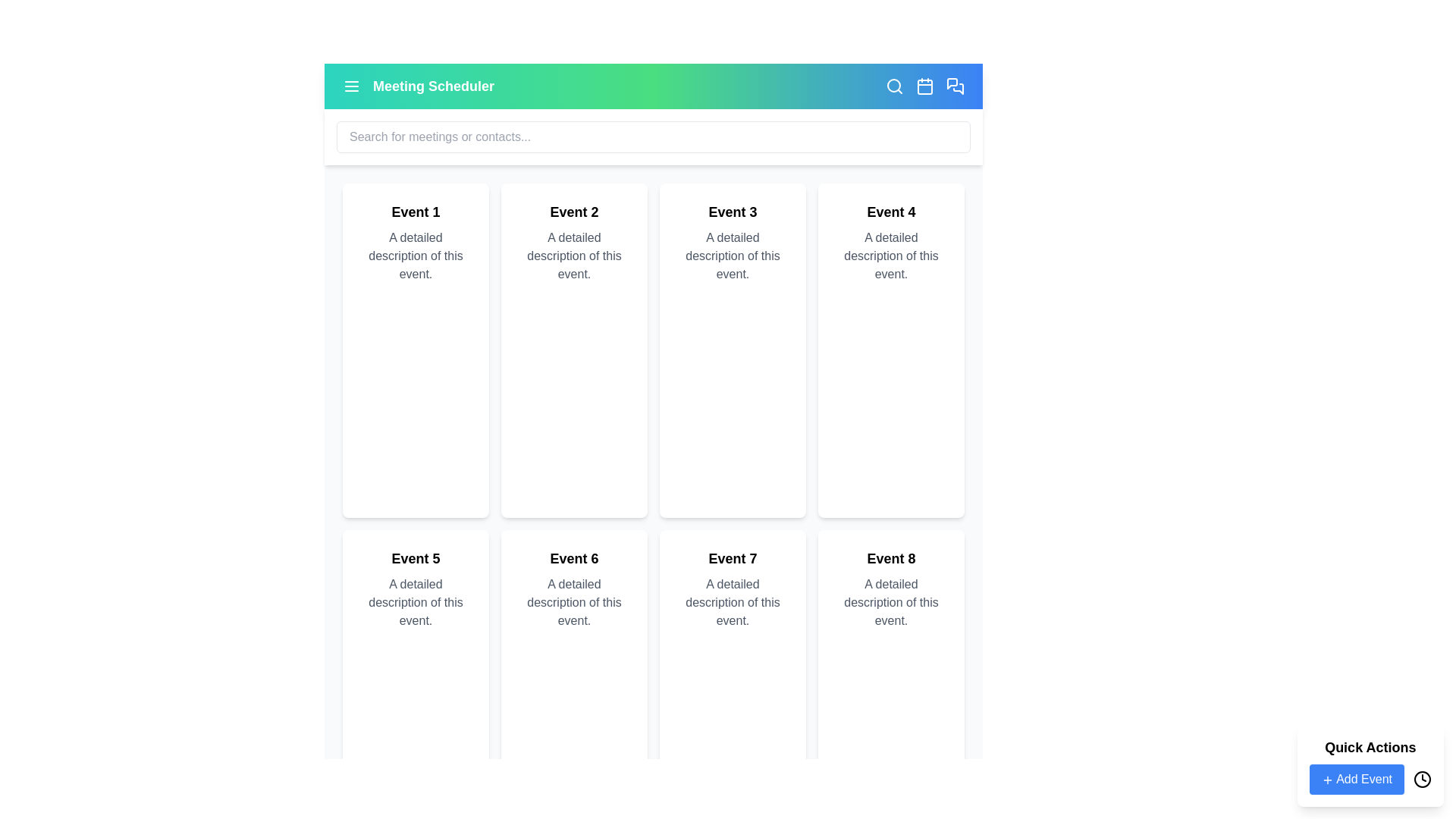 The width and height of the screenshot is (1456, 819). I want to click on the messaging icon button located as the third item from the right in the navigation bar at the top of the page, so click(954, 86).